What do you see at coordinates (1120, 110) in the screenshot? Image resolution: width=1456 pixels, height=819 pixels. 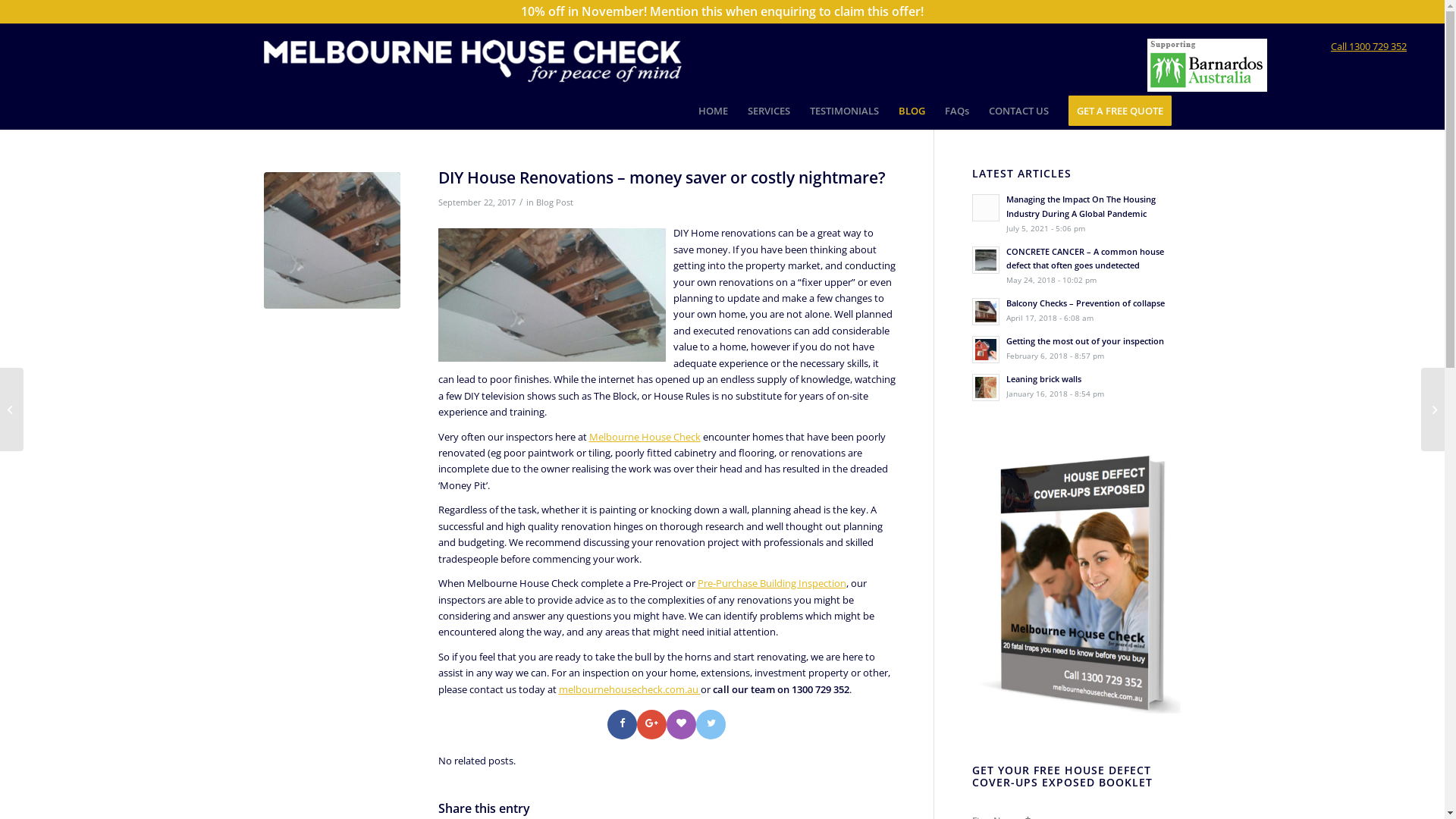 I see `'GET A FREE QUOTE'` at bounding box center [1120, 110].